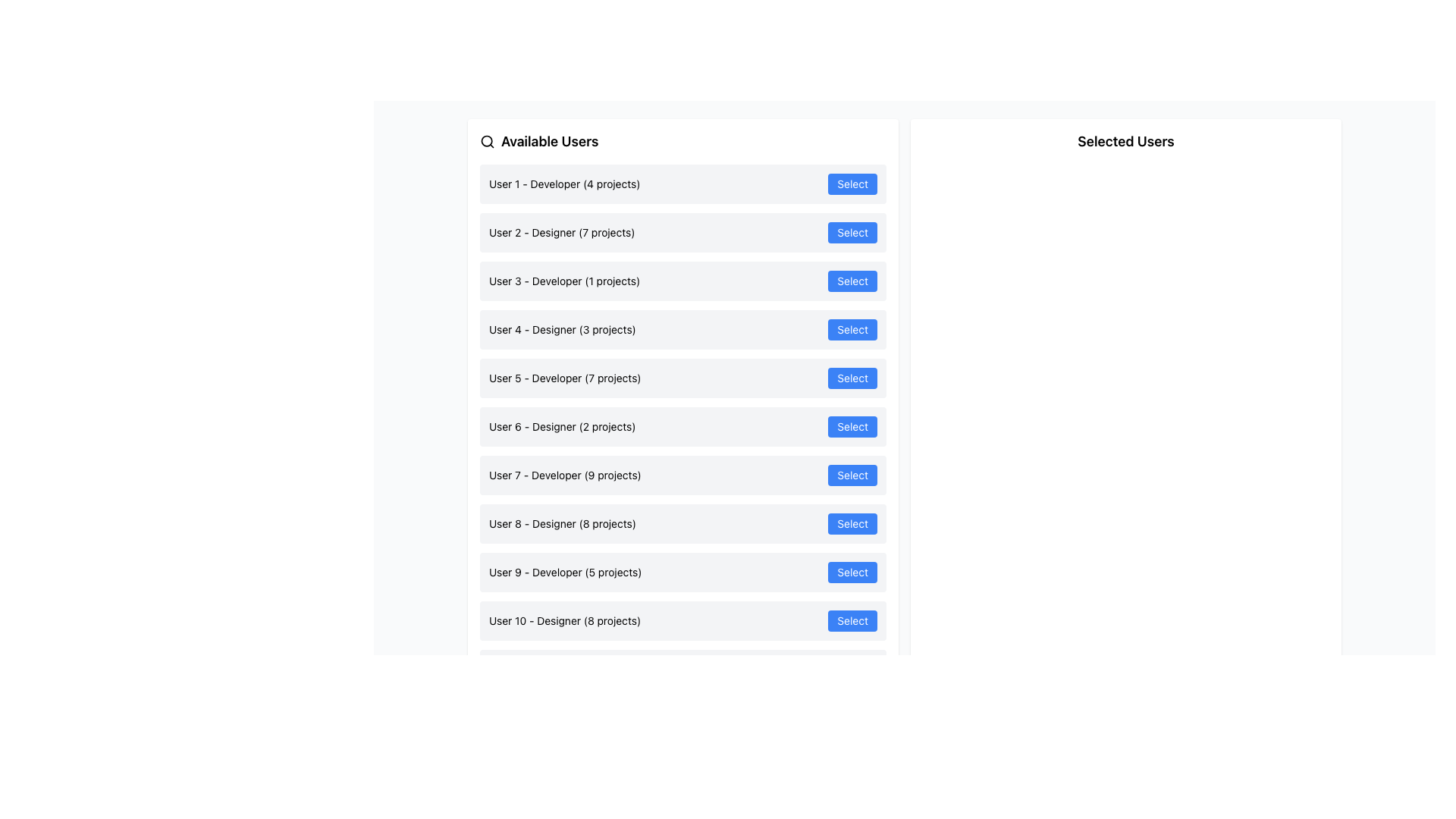 The image size is (1456, 819). I want to click on the static text displaying 'User 4 - Designer (3 projects)' in the fourth row of the 'Available Users' section, which is part of a list of user entries, so click(561, 329).